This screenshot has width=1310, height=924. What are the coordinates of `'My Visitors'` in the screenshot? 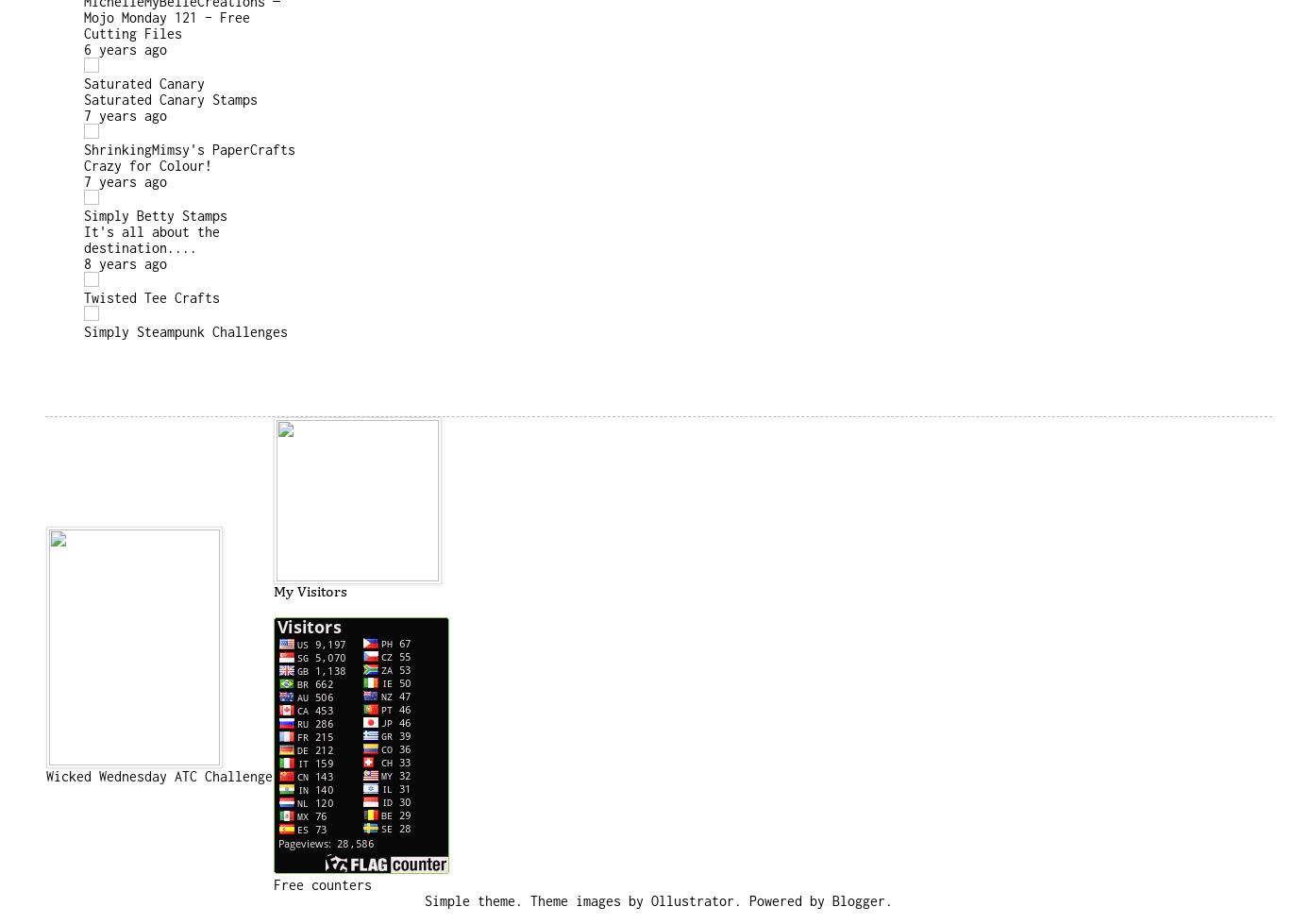 It's located at (309, 592).